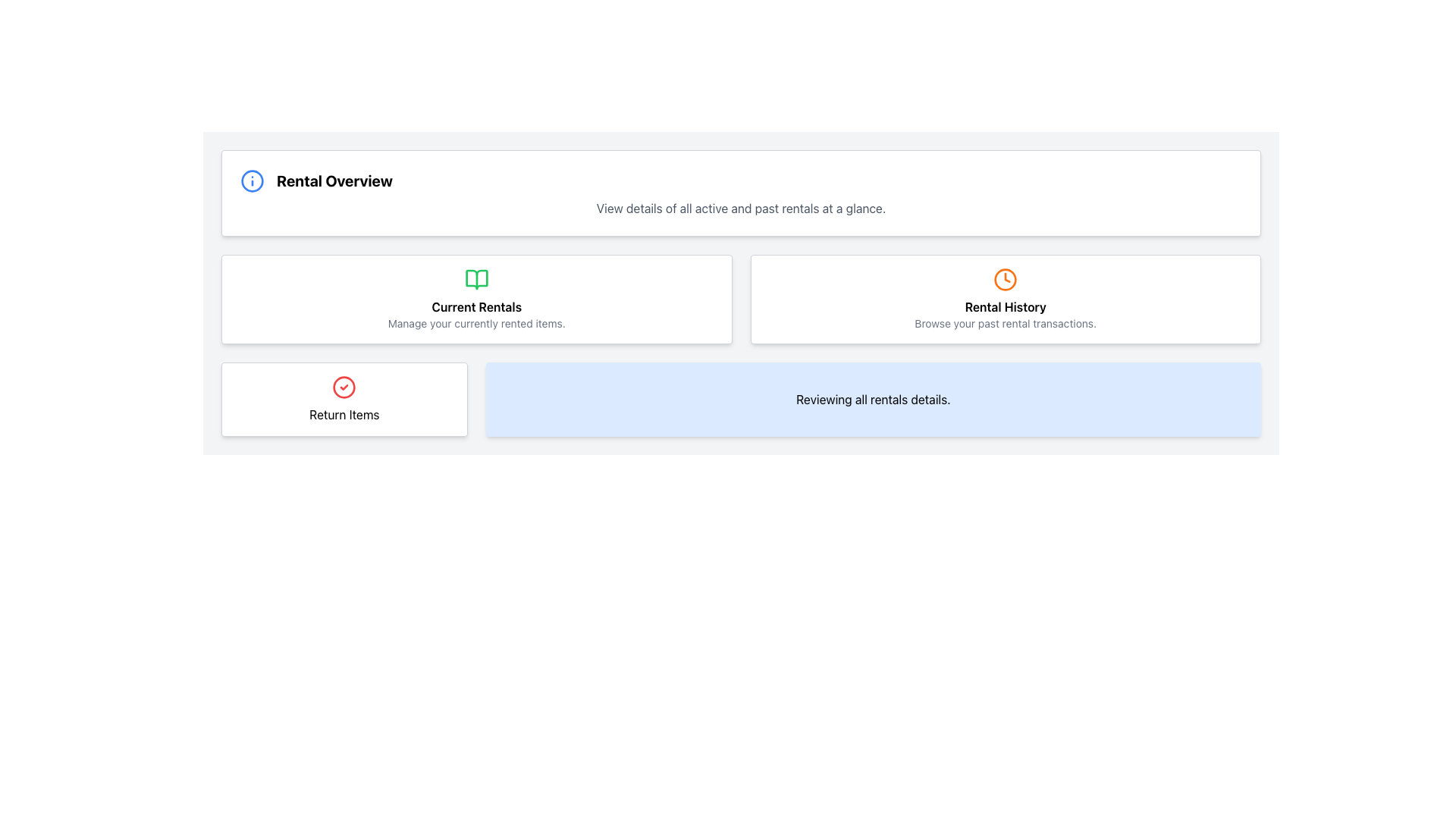 The height and width of the screenshot is (819, 1456). I want to click on text label that displays 'Rental Overview', which is bold and prominently positioned in the top section of the layout, next to a blue circular icon with an 'i', so click(334, 180).